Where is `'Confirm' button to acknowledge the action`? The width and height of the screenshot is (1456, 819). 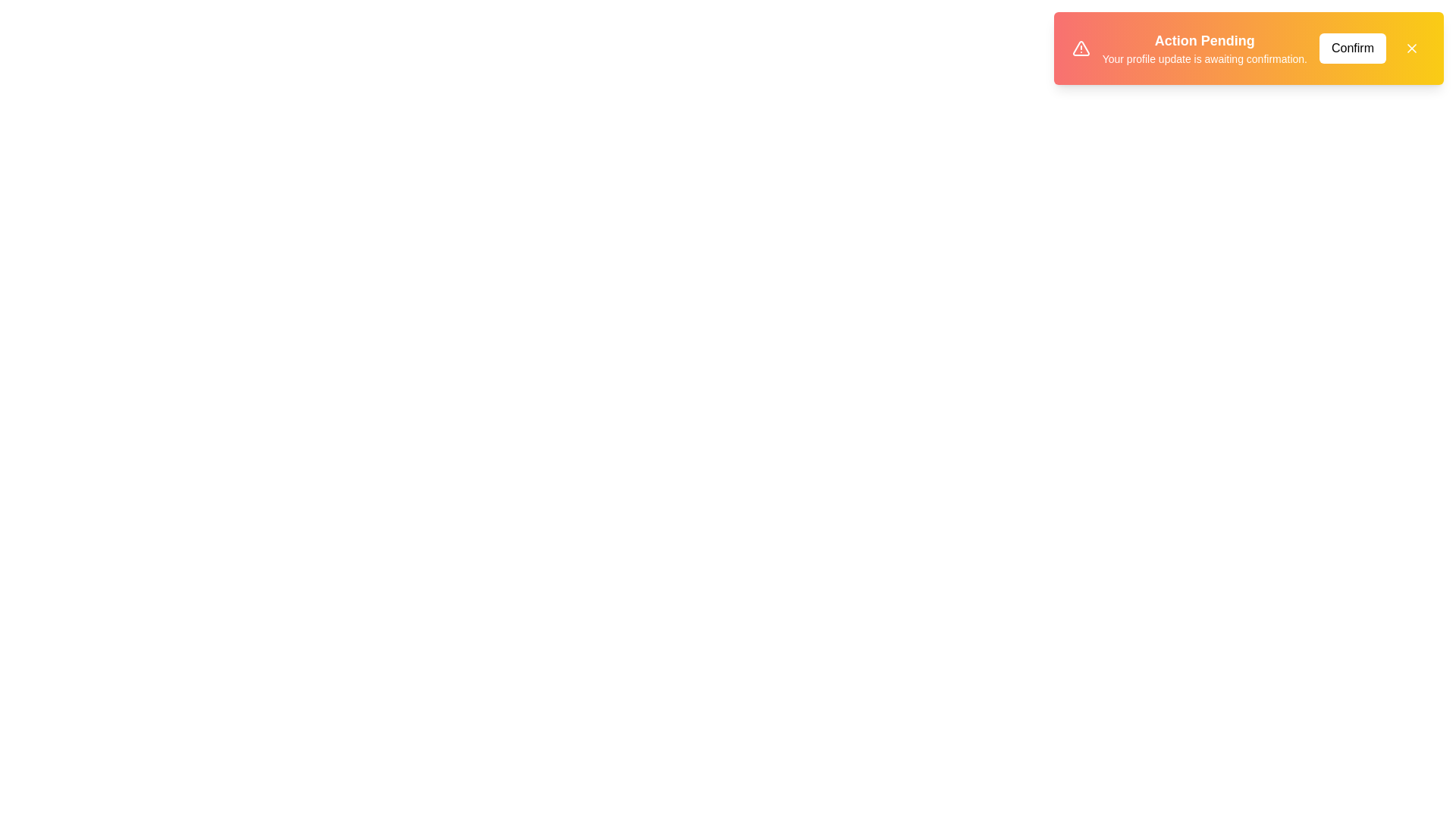
'Confirm' button to acknowledge the action is located at coordinates (1353, 48).